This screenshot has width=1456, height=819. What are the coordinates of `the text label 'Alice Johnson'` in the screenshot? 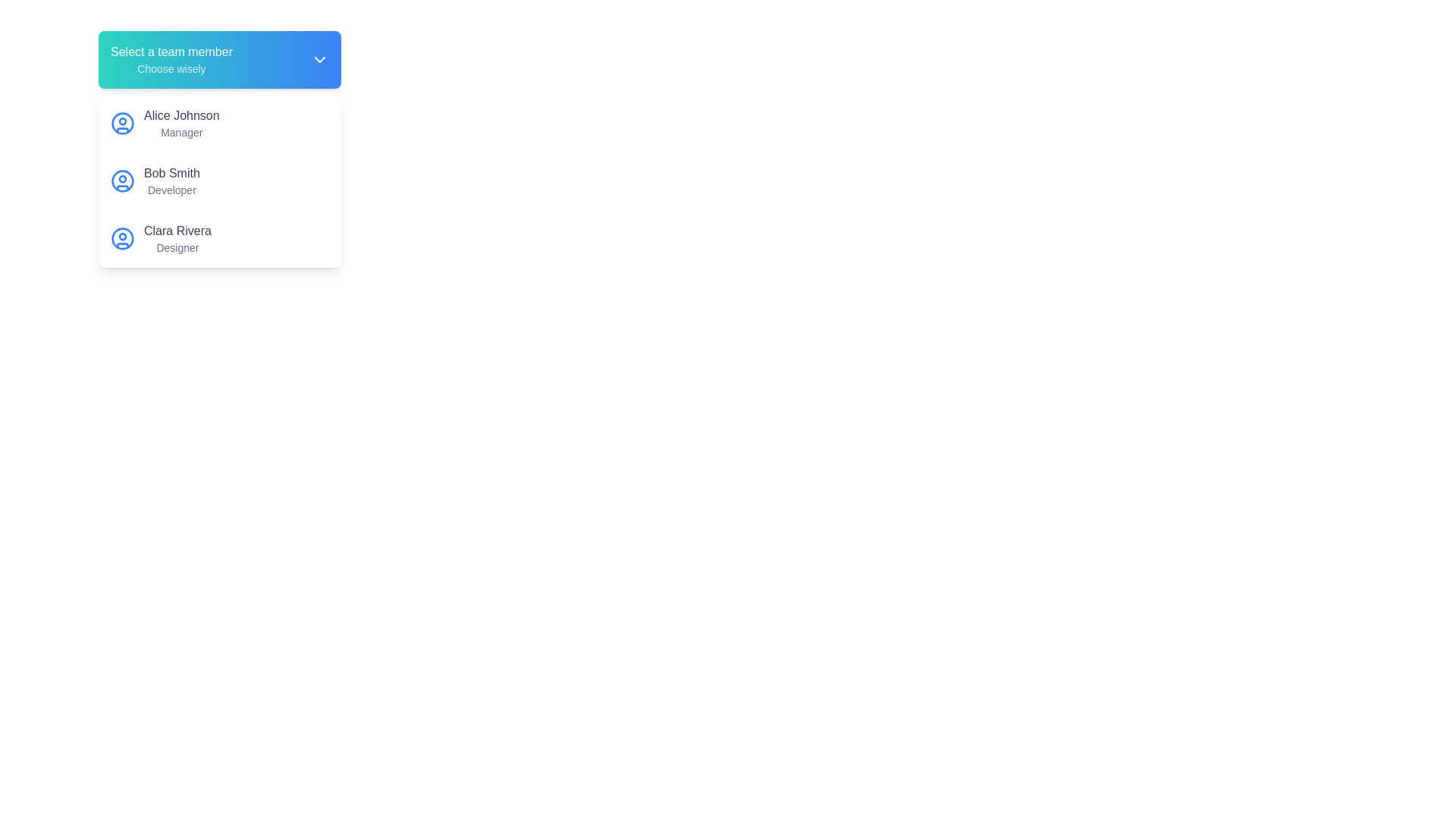 It's located at (181, 115).